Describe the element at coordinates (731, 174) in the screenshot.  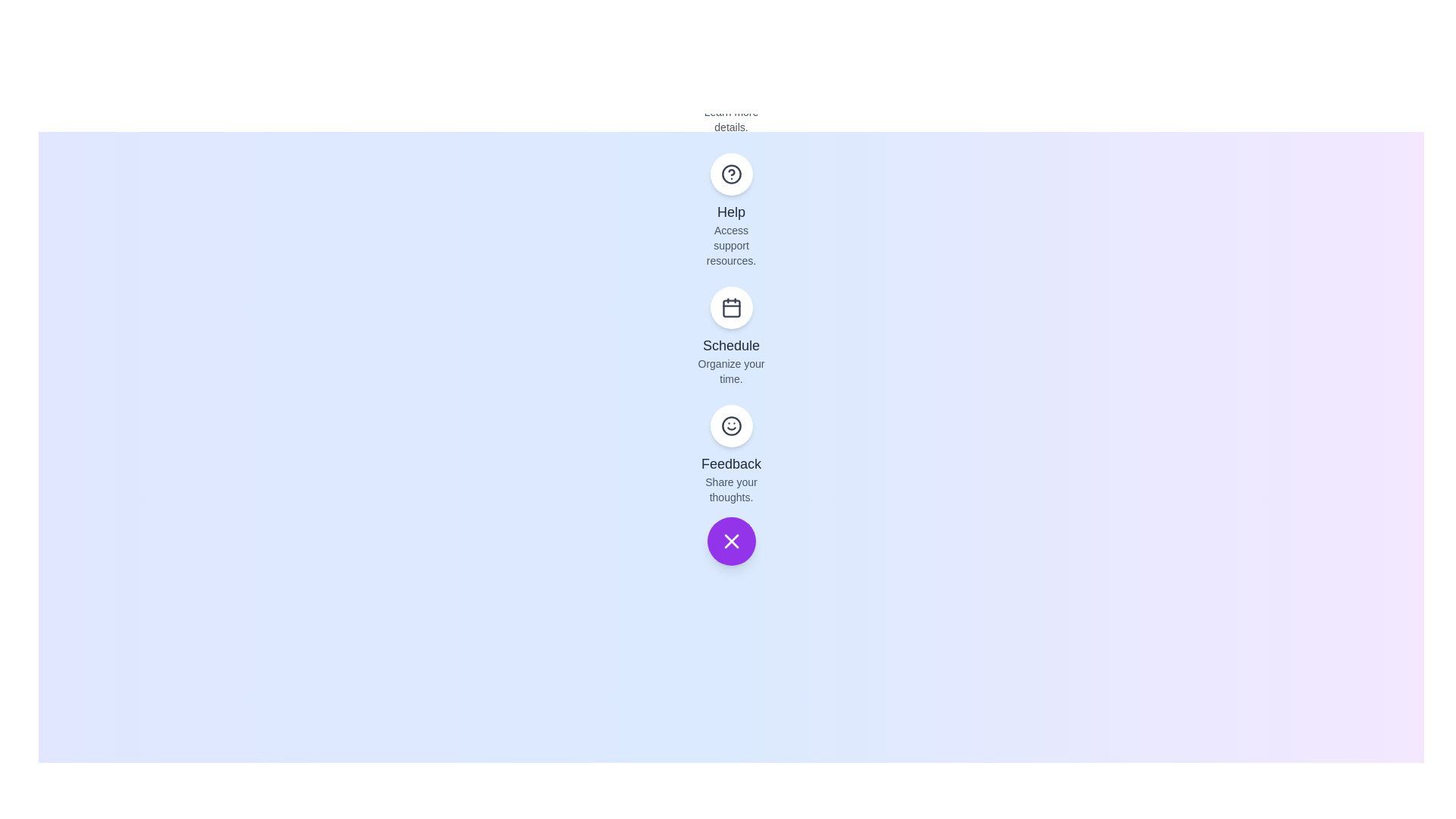
I see `the 'Help' button to access support resources` at that location.